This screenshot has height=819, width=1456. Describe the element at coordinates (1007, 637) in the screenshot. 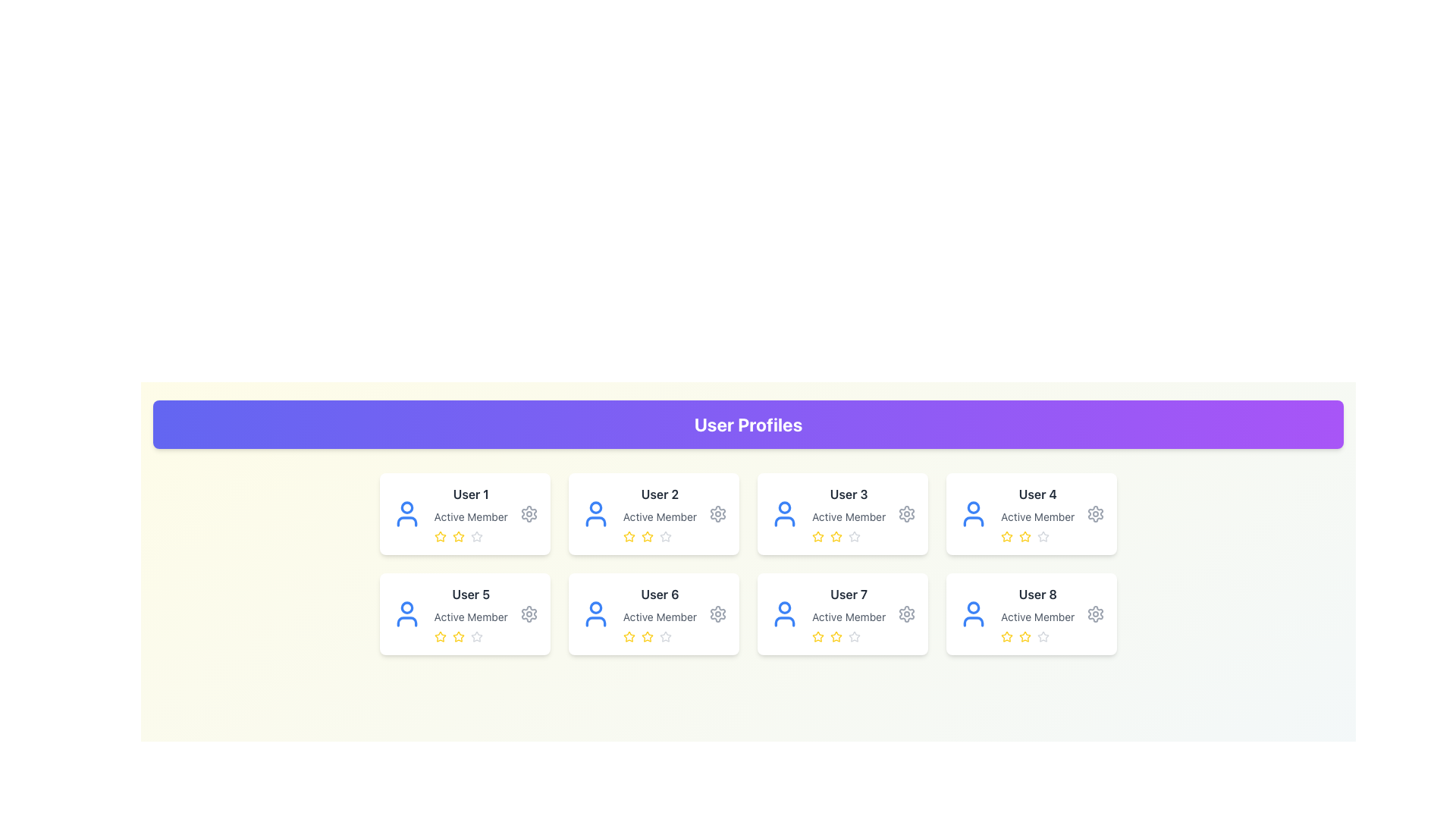

I see `the first yellow rating star icon in the profile card of 'User 8', located to the right of the user avatar and name` at that location.